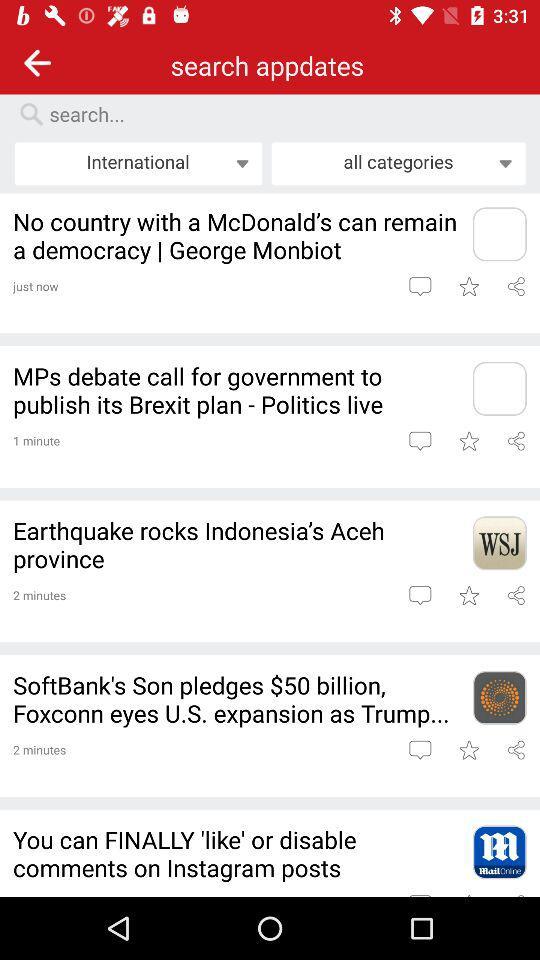  What do you see at coordinates (498, 543) in the screenshot?
I see `link where article is located` at bounding box center [498, 543].